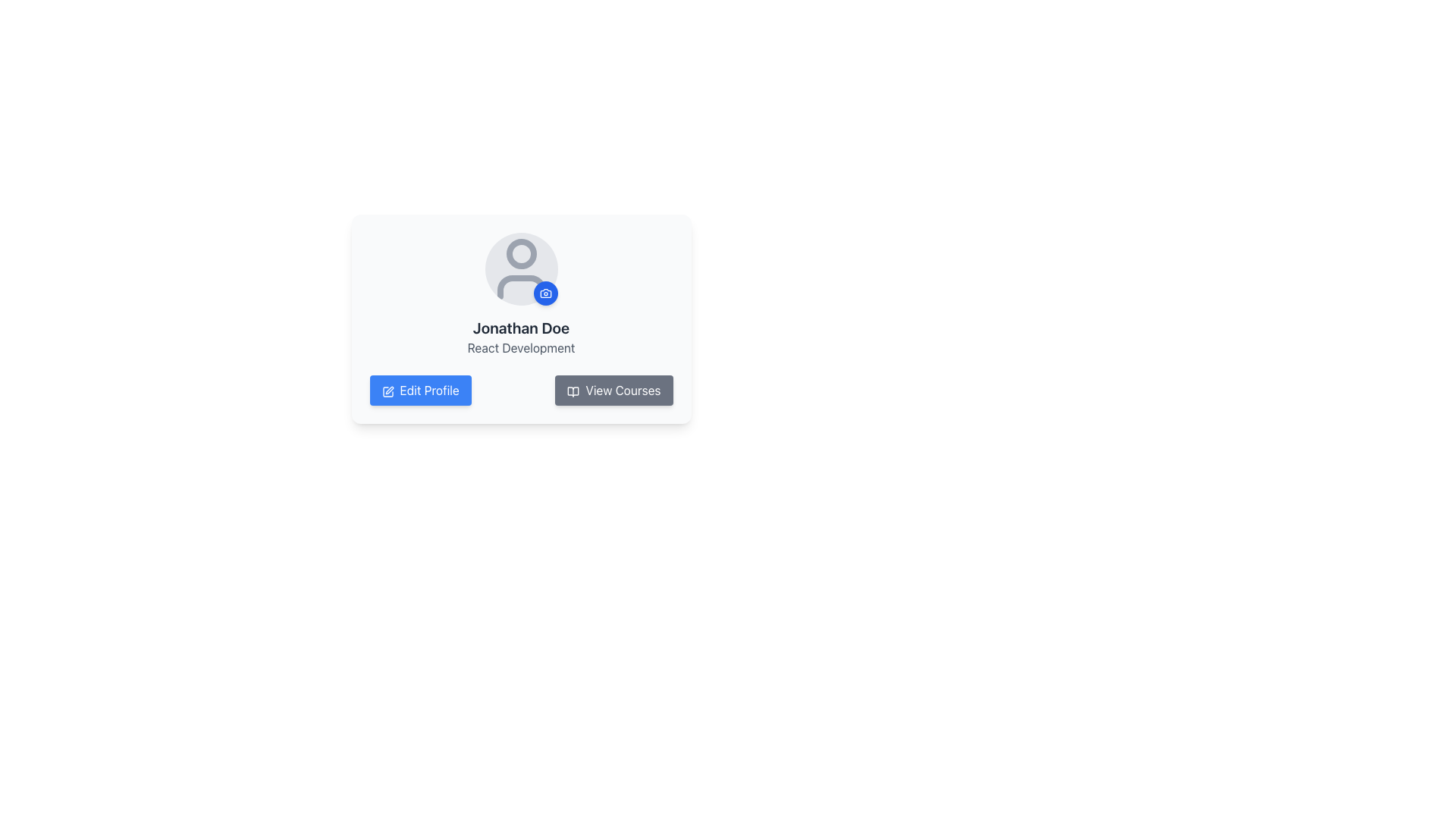  I want to click on the avatar in the Profile card section, so click(521, 295).